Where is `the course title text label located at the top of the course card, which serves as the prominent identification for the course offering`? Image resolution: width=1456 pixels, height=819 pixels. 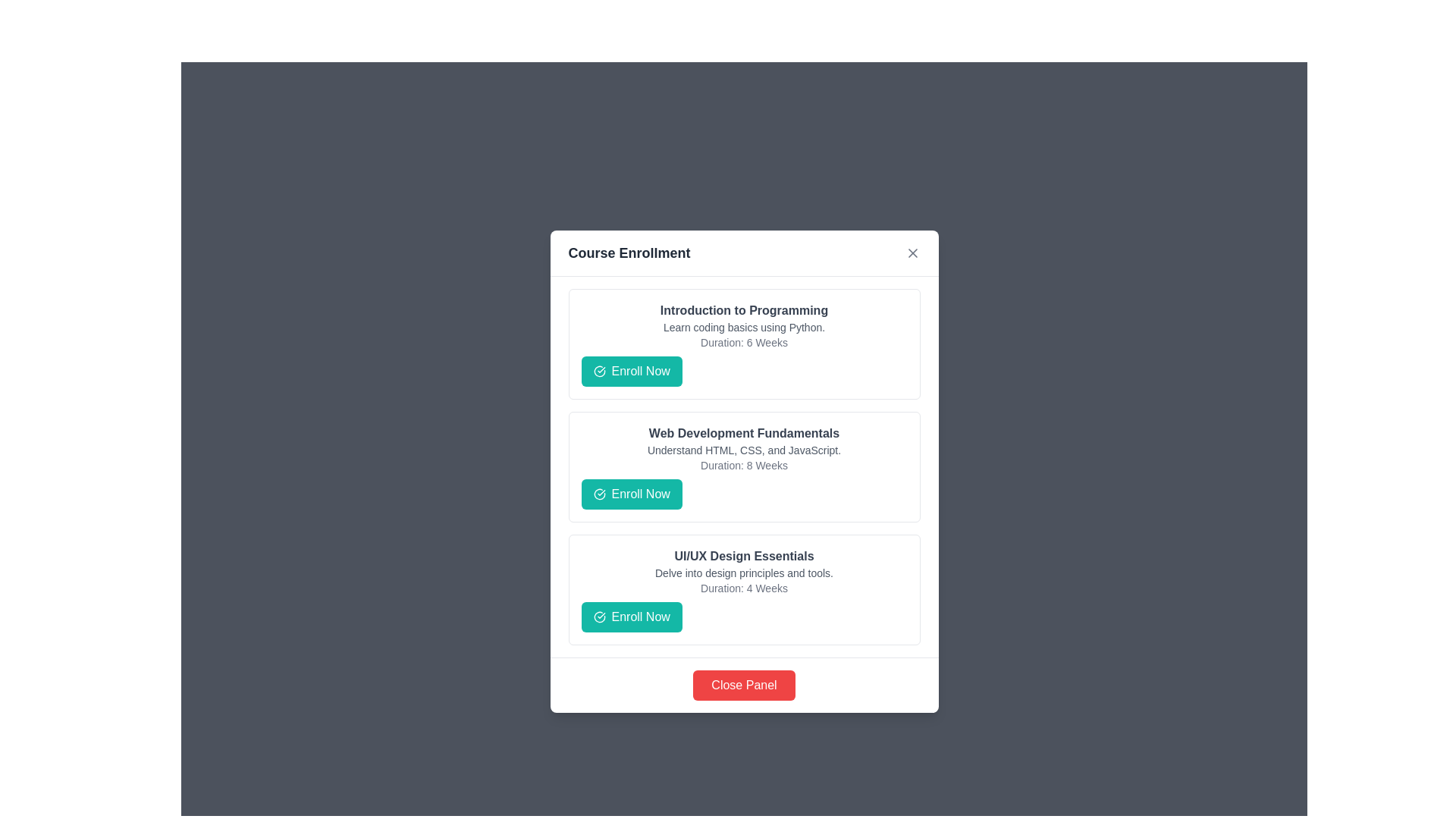
the course title text label located at the top of the course card, which serves as the prominent identification for the course offering is located at coordinates (744, 556).